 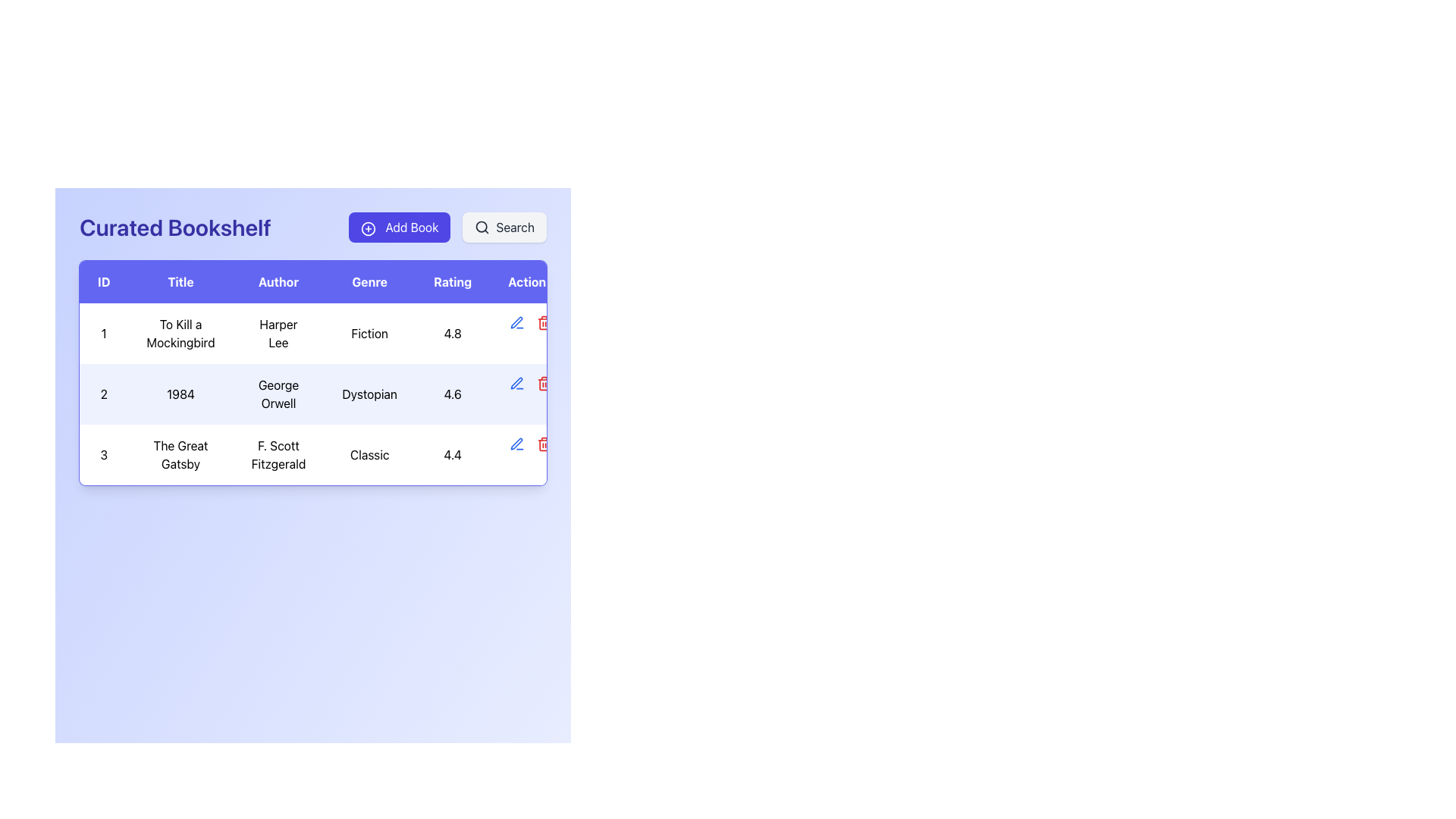 What do you see at coordinates (103, 332) in the screenshot?
I see `the Text label in the table cell that uniquely identifies the row for the book 'To Kill a Mockingbird', located in the 'ID' column` at bounding box center [103, 332].